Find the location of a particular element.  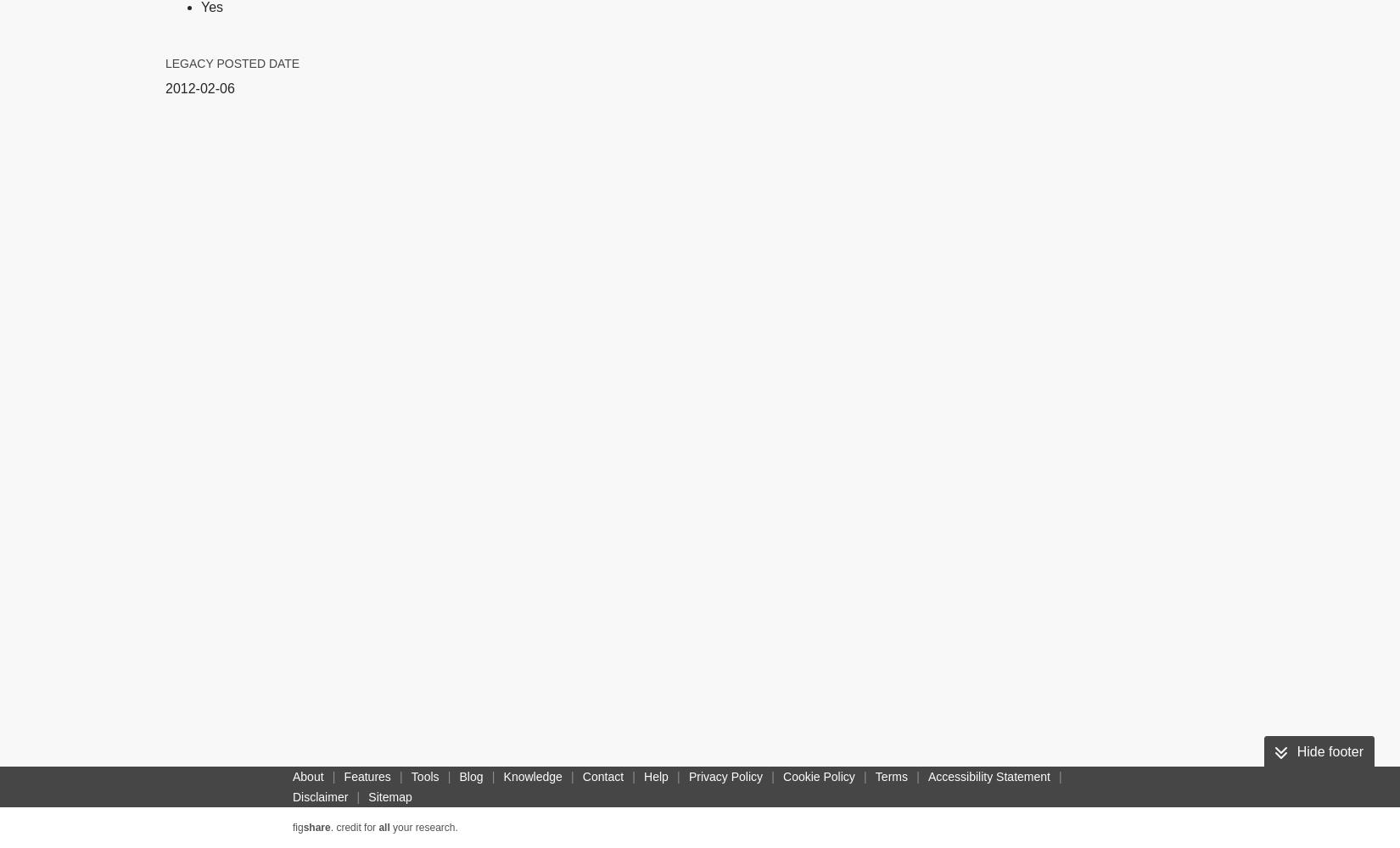

'Privacy Policy' is located at coordinates (725, 777).